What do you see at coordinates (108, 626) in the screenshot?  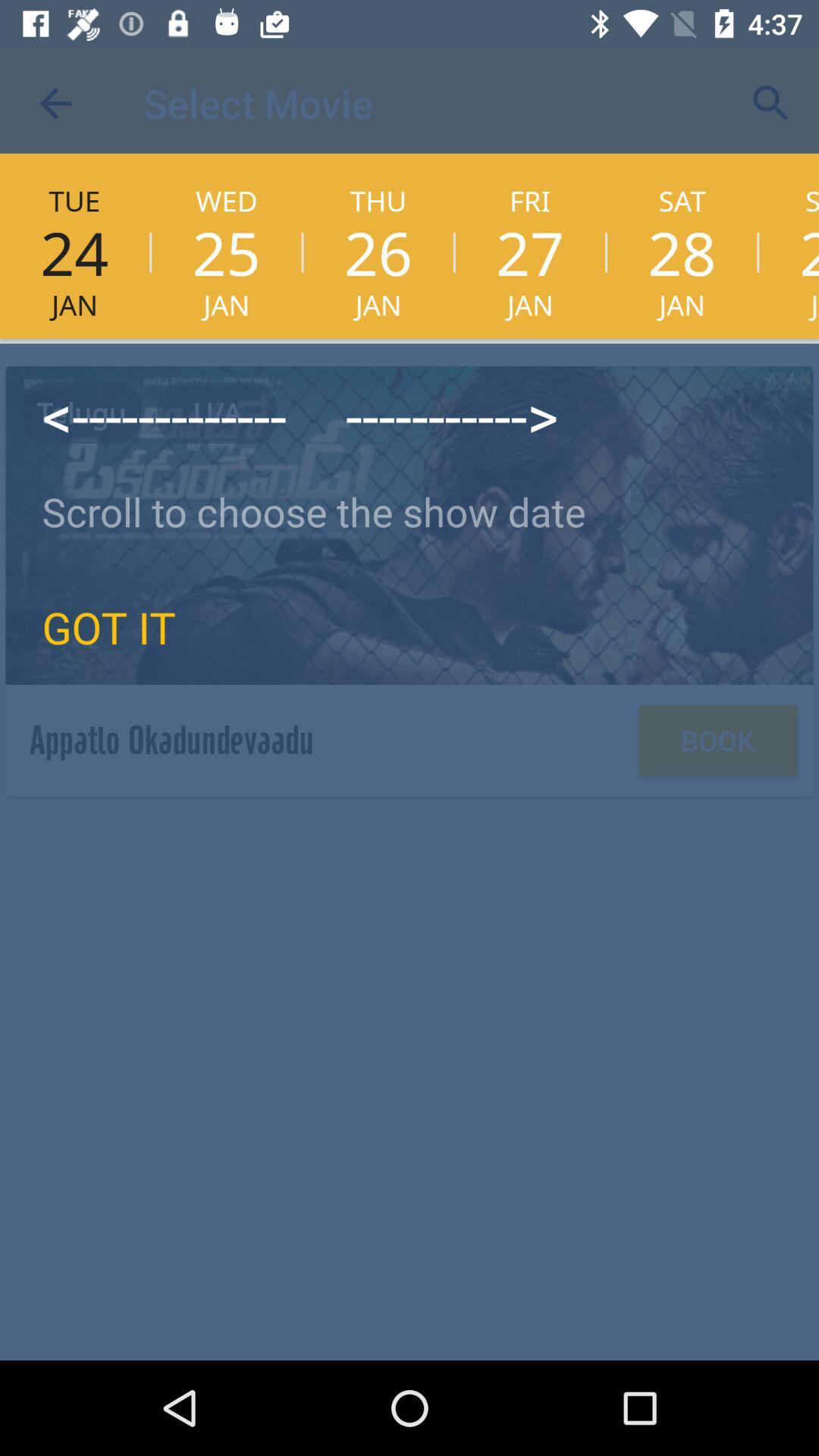 I see `icon above appatlo okadundevaadu item` at bounding box center [108, 626].